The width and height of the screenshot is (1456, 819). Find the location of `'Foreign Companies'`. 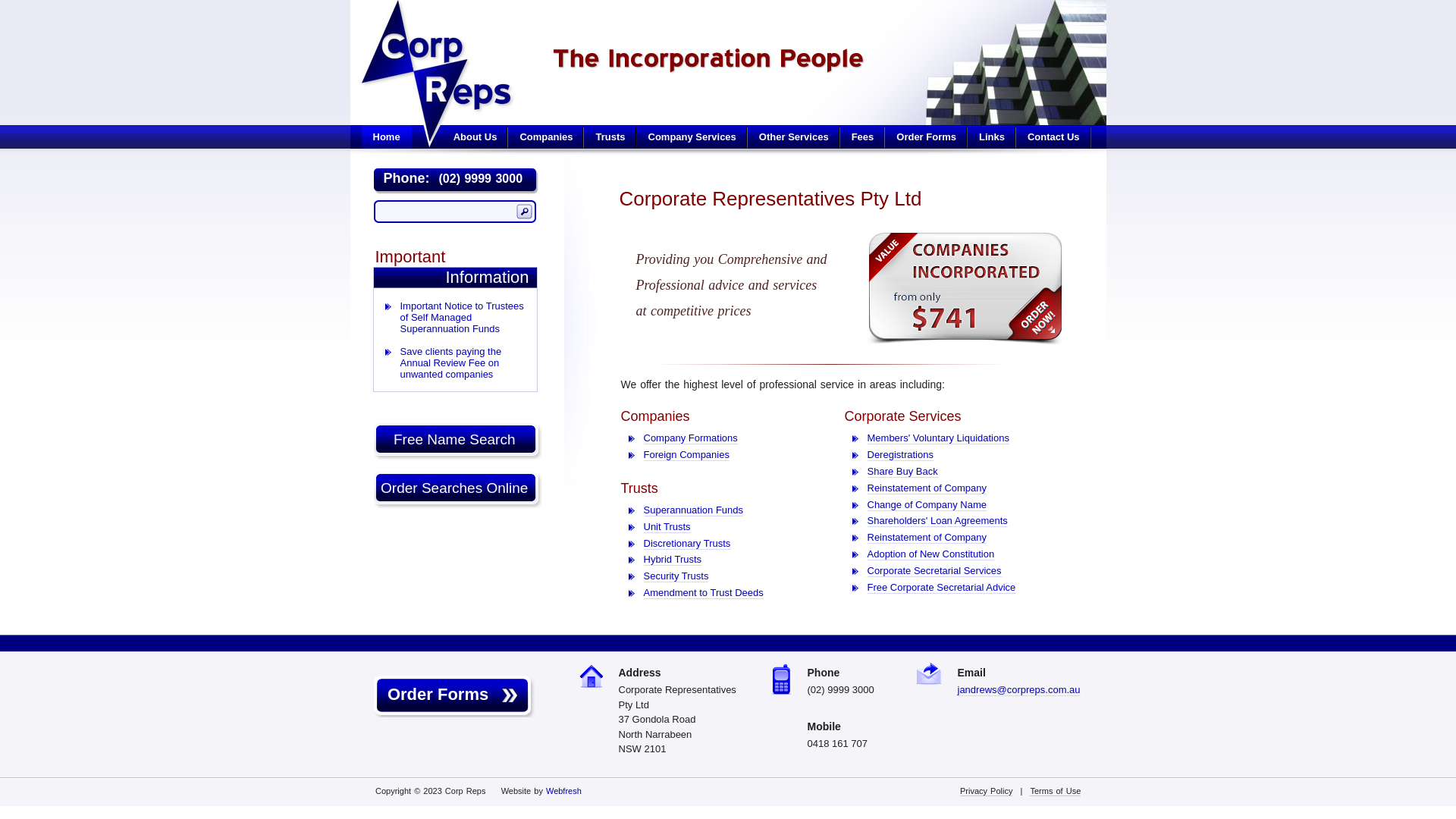

'Foreign Companies' is located at coordinates (685, 454).